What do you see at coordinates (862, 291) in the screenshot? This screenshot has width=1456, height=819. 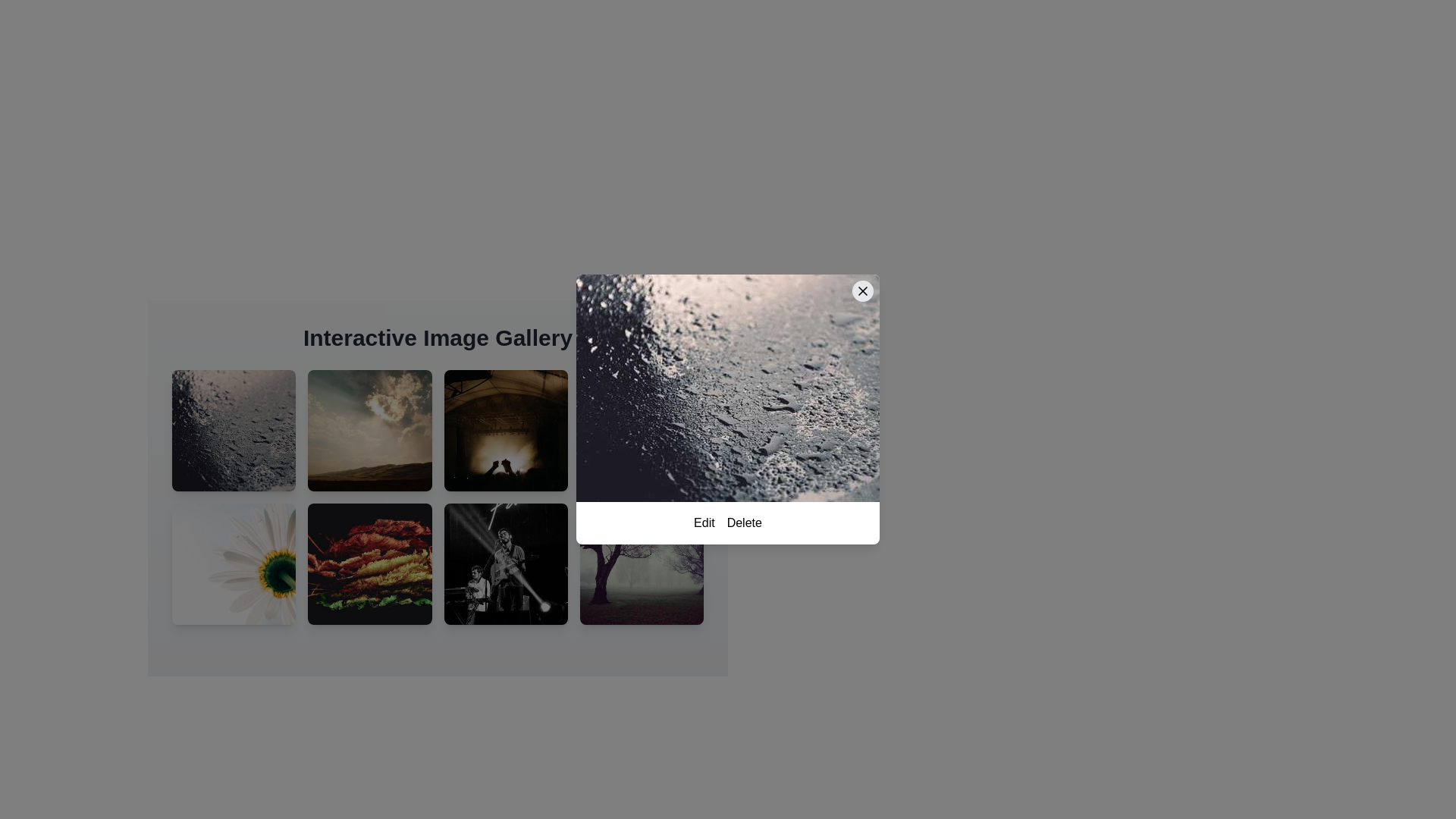 I see `the close icon located at the top-right corner of the floating modal` at bounding box center [862, 291].